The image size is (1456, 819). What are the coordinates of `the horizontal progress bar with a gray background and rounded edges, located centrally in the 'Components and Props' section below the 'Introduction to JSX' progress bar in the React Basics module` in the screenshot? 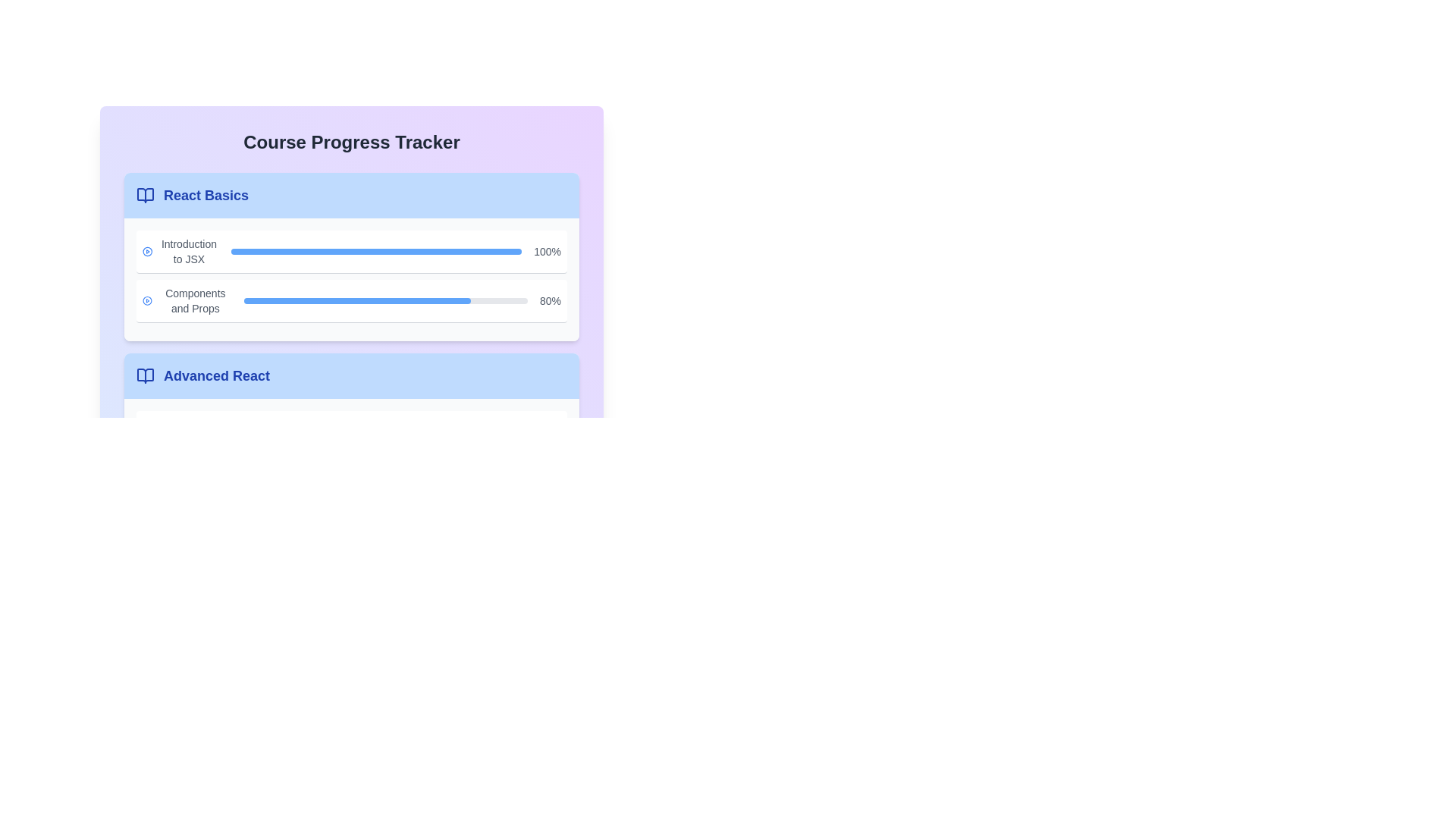 It's located at (386, 301).